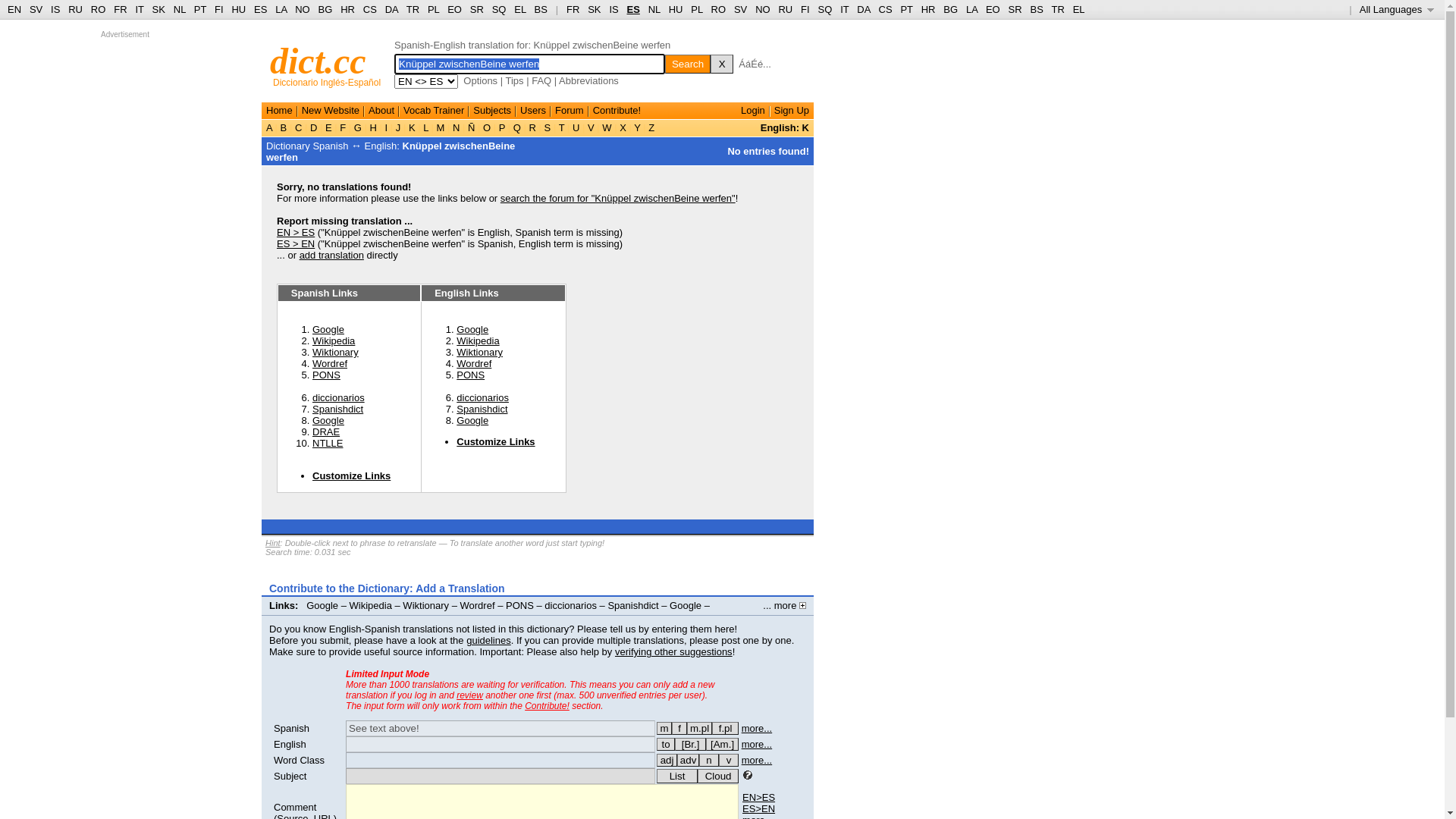 The width and height of the screenshot is (1456, 819). I want to click on 'EN > ES', so click(295, 232).